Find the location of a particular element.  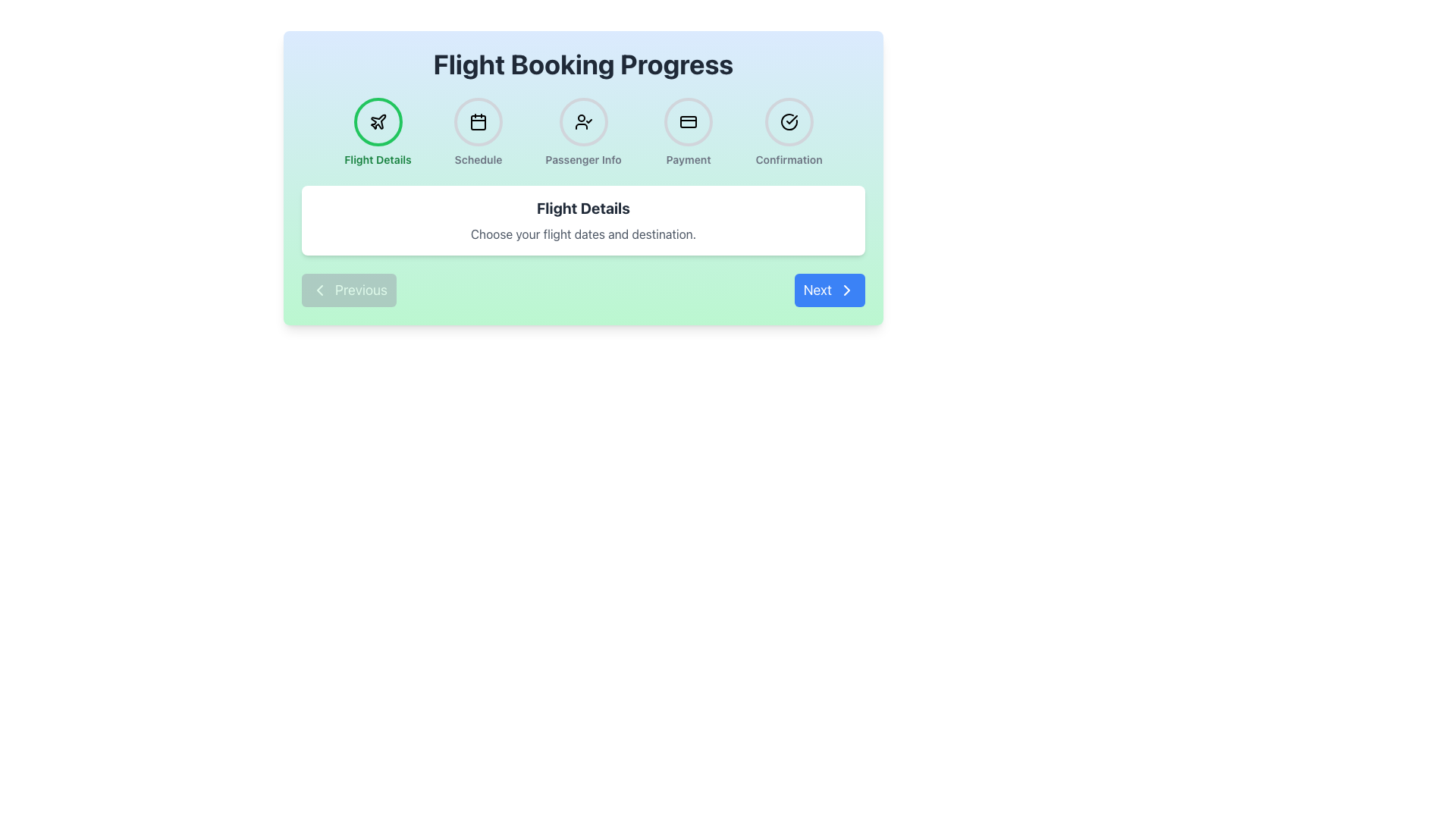

the arrow icon located at the far right end of the 'Next' button in the light green panel is located at coordinates (846, 290).